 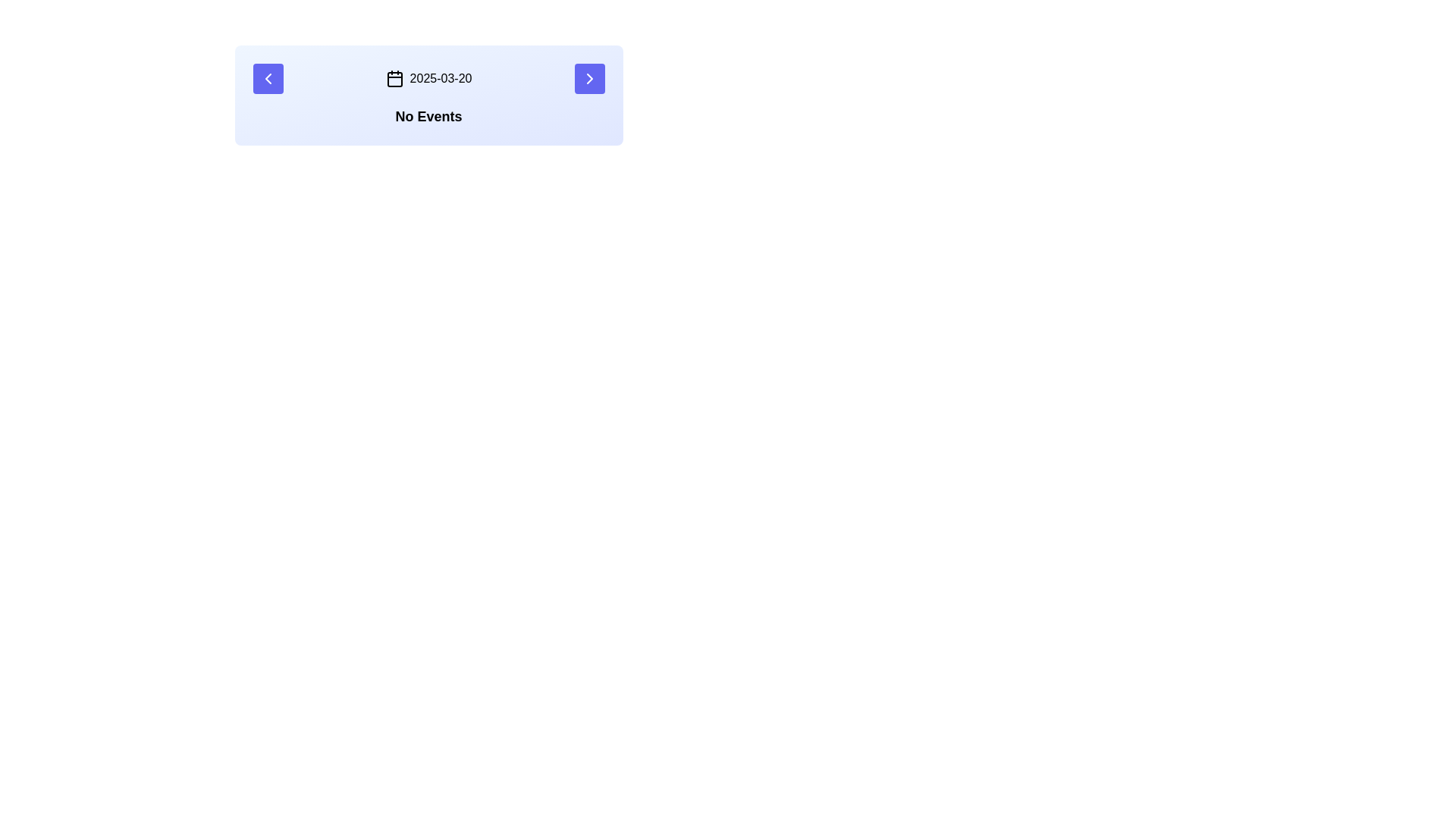 What do you see at coordinates (588, 79) in the screenshot?
I see `the rightward-pointing chevron icon within the blue button` at bounding box center [588, 79].